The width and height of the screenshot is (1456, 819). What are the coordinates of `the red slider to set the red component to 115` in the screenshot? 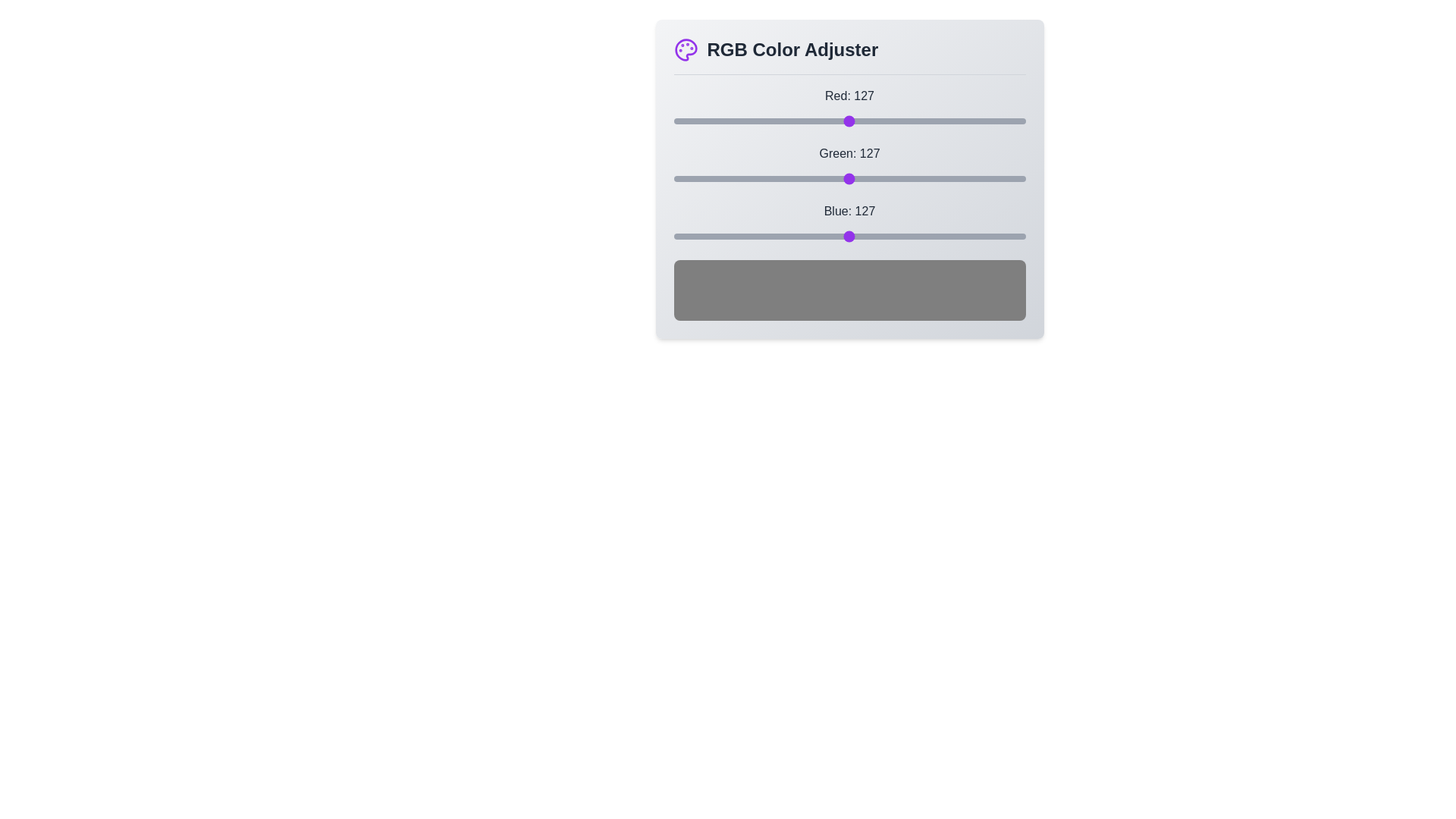 It's located at (831, 120).